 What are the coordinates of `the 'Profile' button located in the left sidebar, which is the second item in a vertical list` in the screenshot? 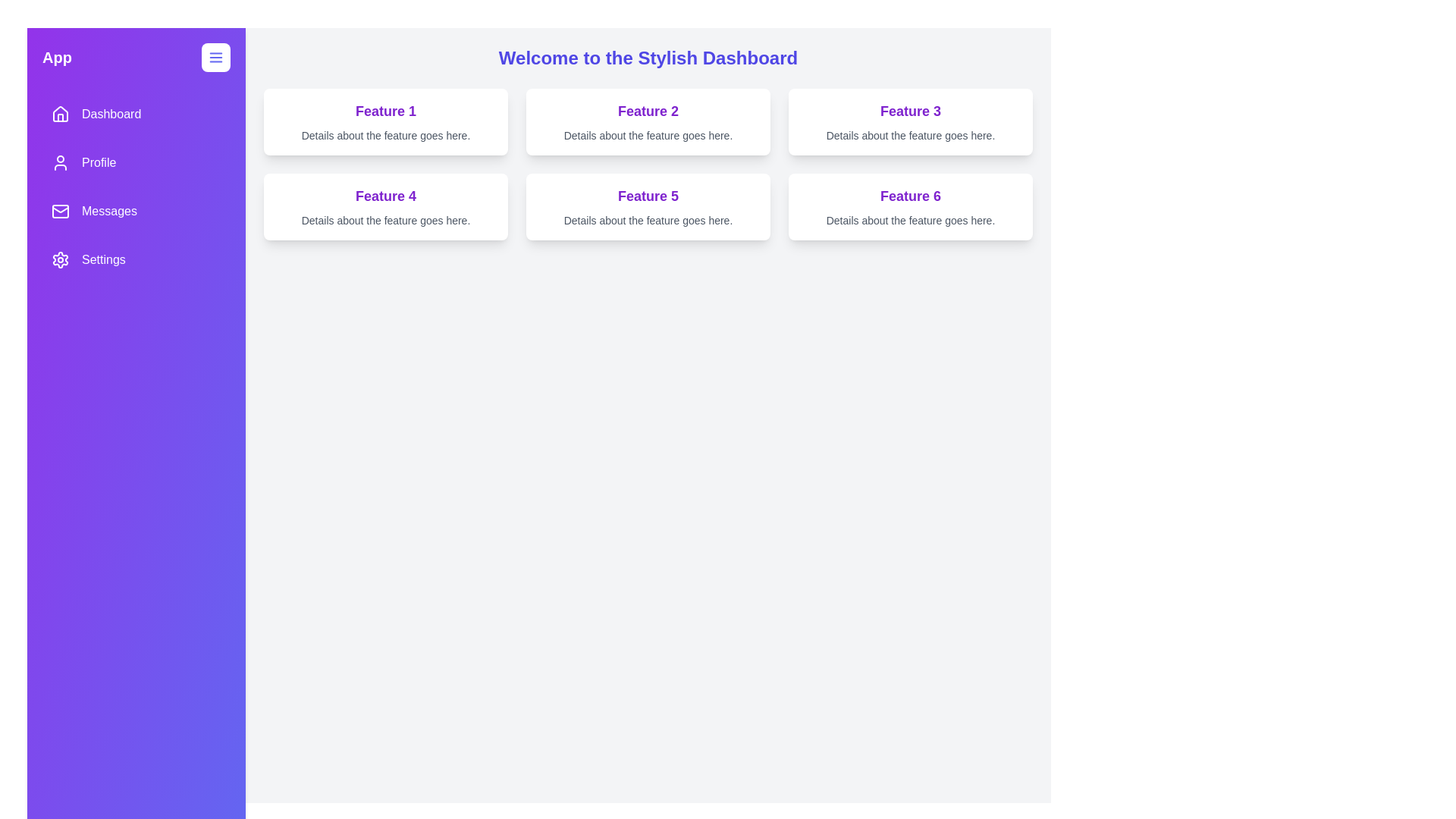 It's located at (136, 163).